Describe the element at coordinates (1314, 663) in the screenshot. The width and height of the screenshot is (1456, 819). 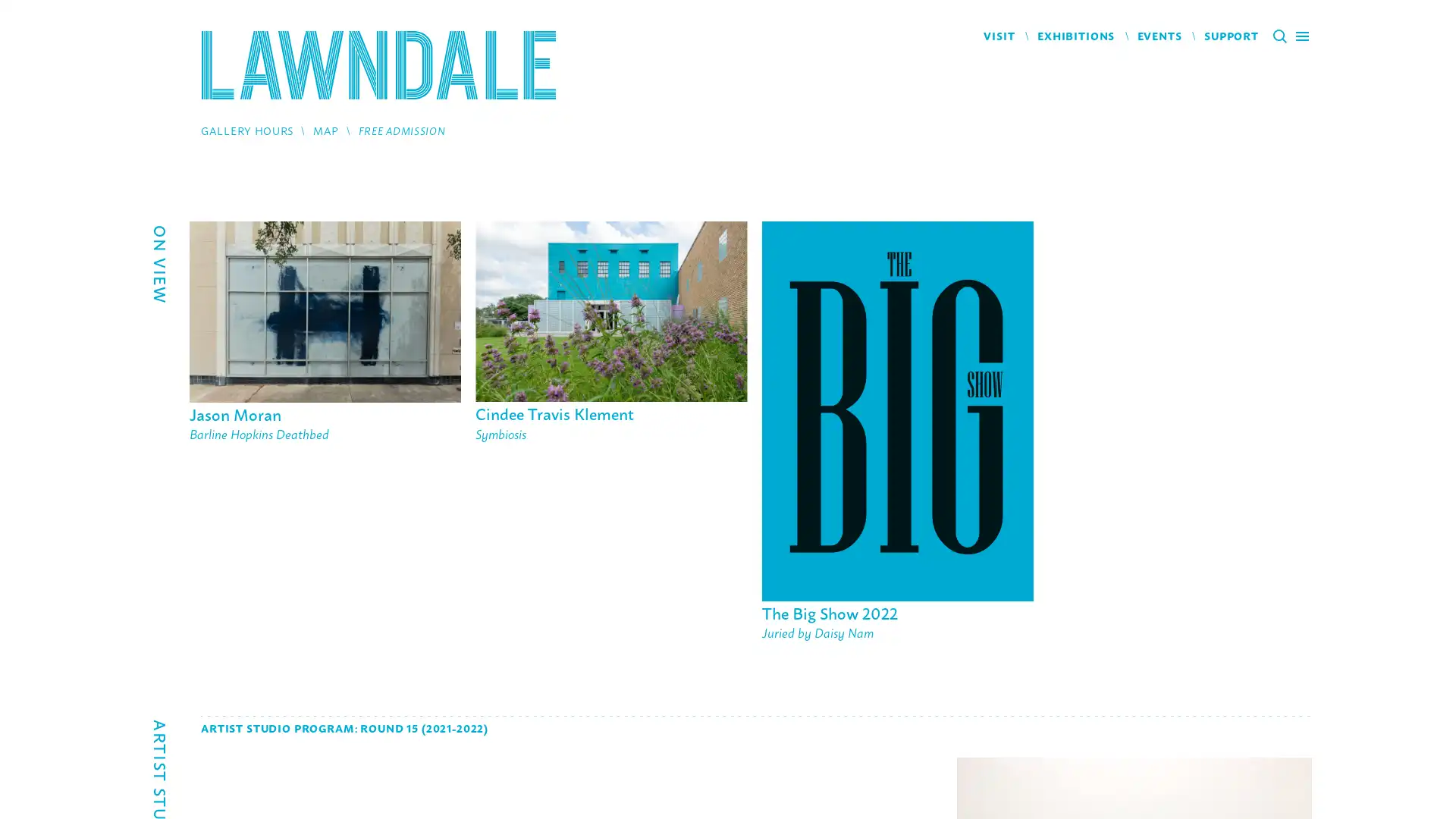
I see `Next` at that location.